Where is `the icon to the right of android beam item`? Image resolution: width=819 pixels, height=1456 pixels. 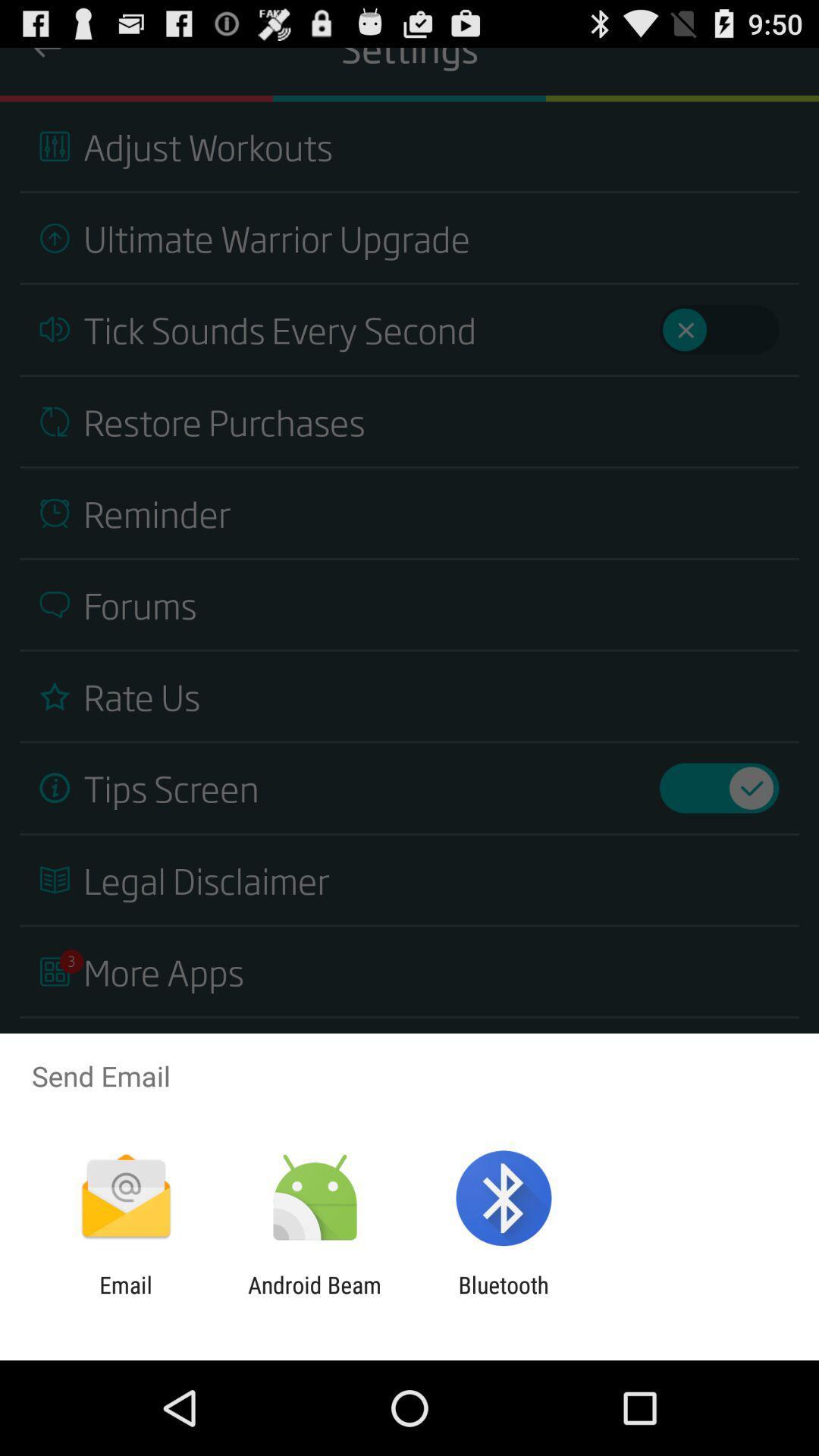
the icon to the right of android beam item is located at coordinates (504, 1298).